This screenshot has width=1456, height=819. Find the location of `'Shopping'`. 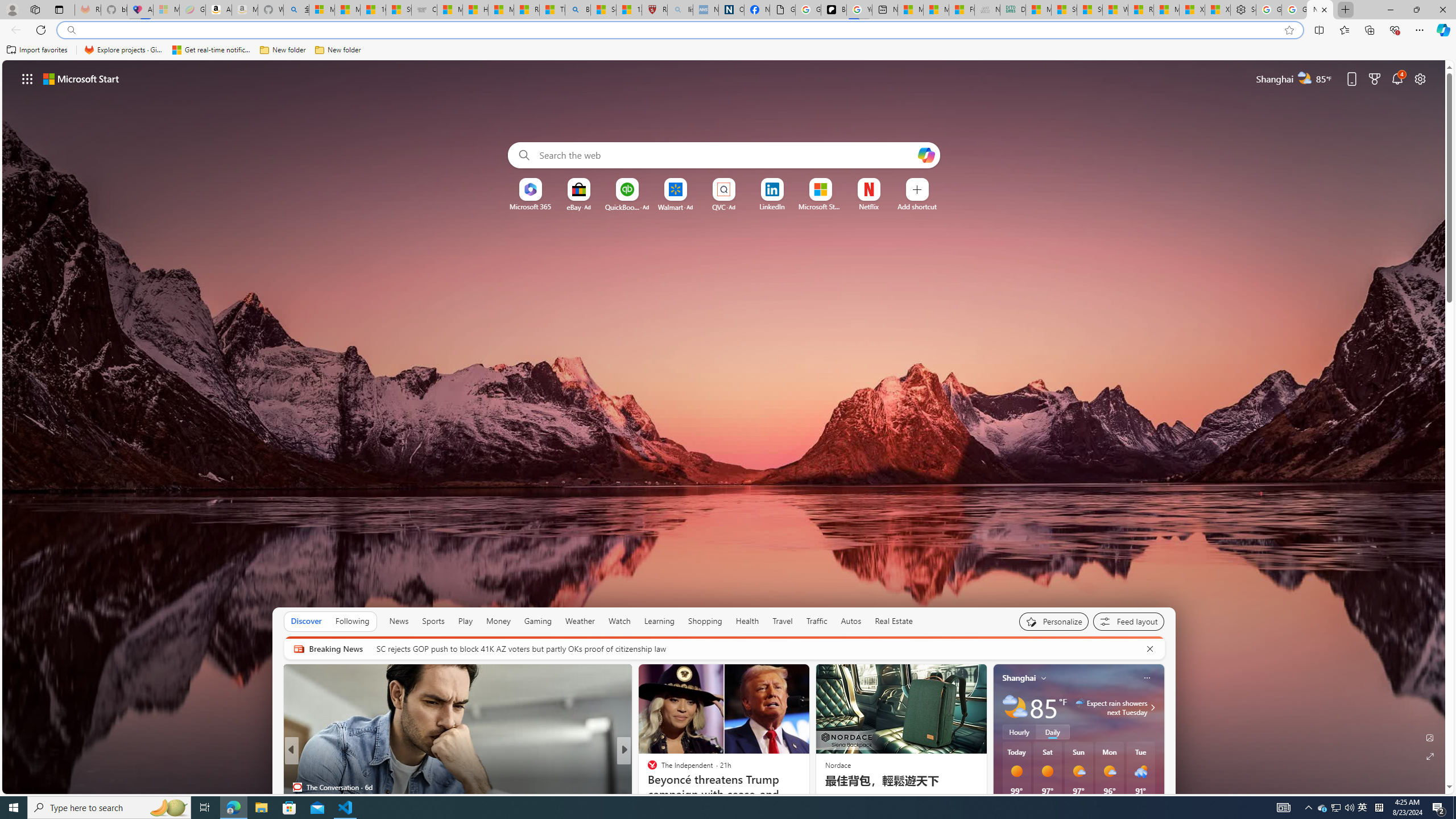

'Shopping' is located at coordinates (705, 621).